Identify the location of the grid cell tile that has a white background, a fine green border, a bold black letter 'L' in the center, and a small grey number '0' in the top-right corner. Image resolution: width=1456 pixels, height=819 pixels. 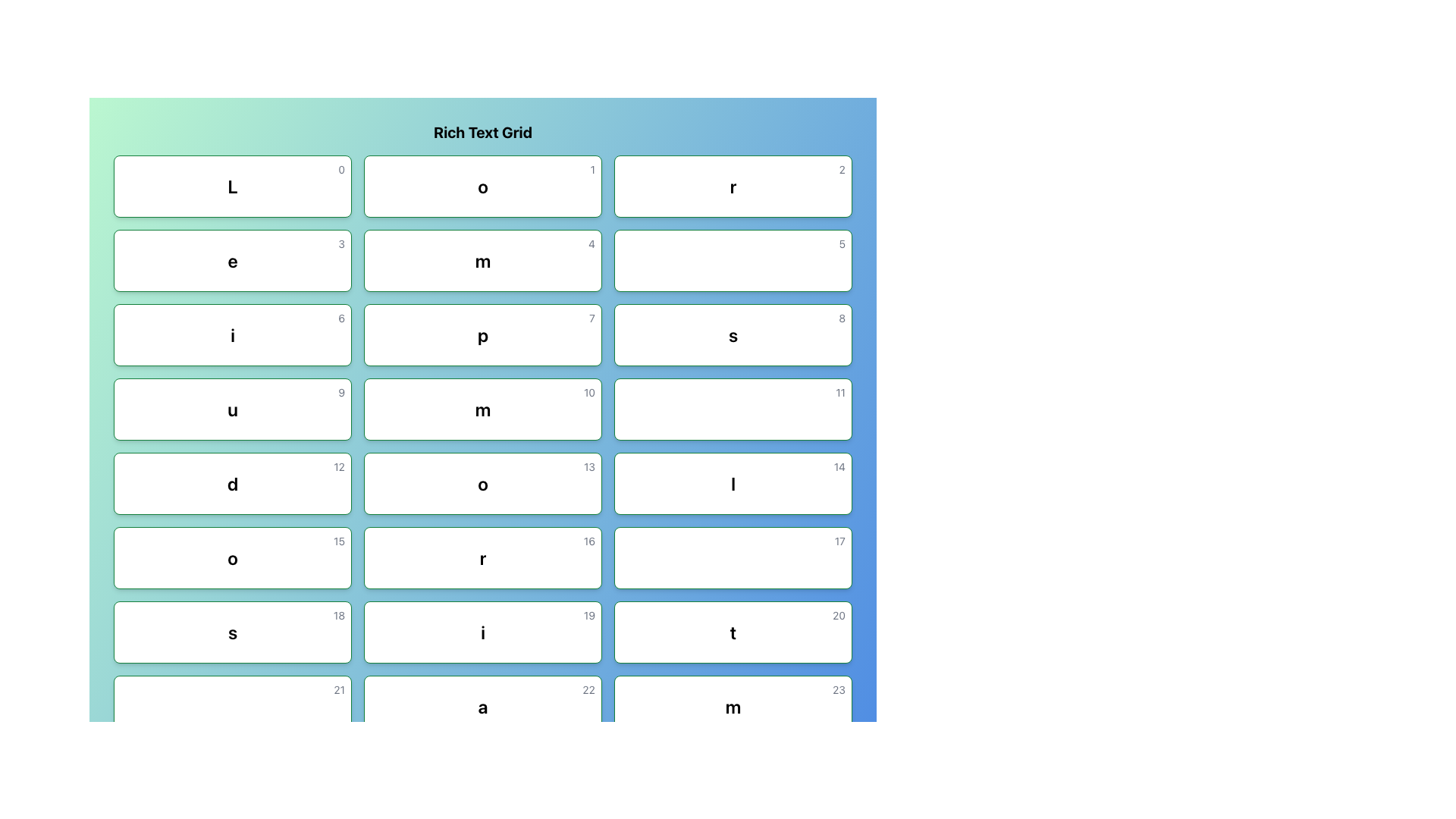
(232, 186).